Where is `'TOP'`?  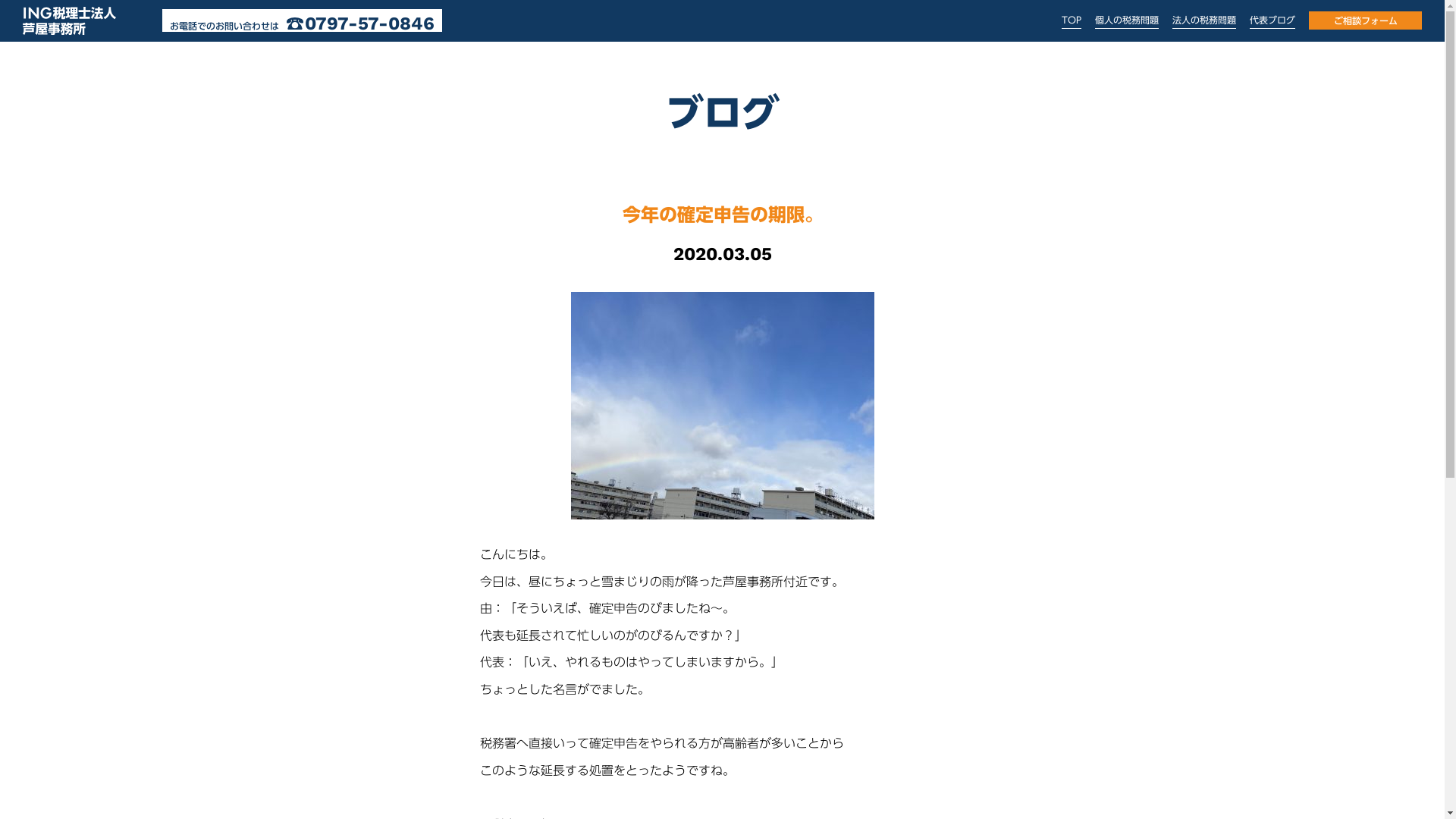
'TOP' is located at coordinates (1070, 20).